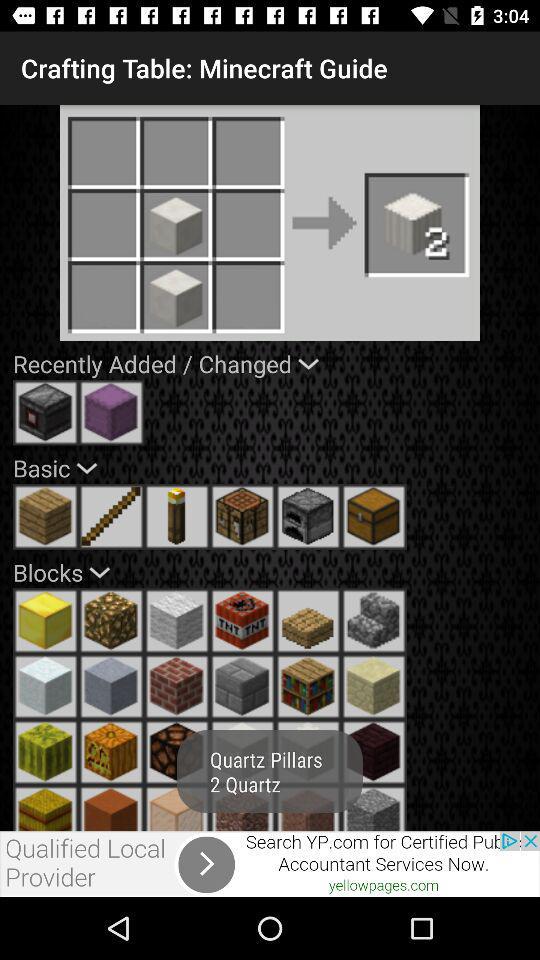  Describe the element at coordinates (374, 686) in the screenshot. I see `element` at that location.